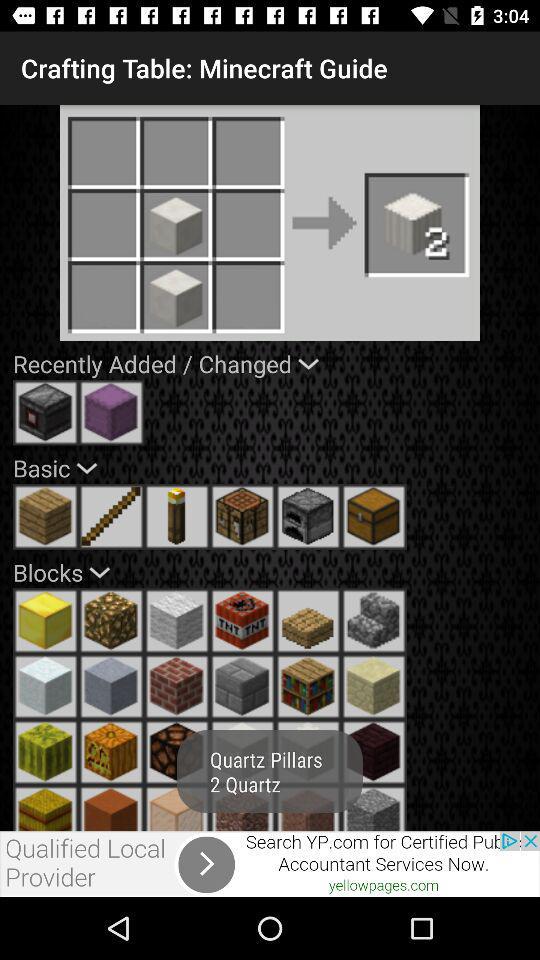  Describe the element at coordinates (374, 686) in the screenshot. I see `element` at that location.